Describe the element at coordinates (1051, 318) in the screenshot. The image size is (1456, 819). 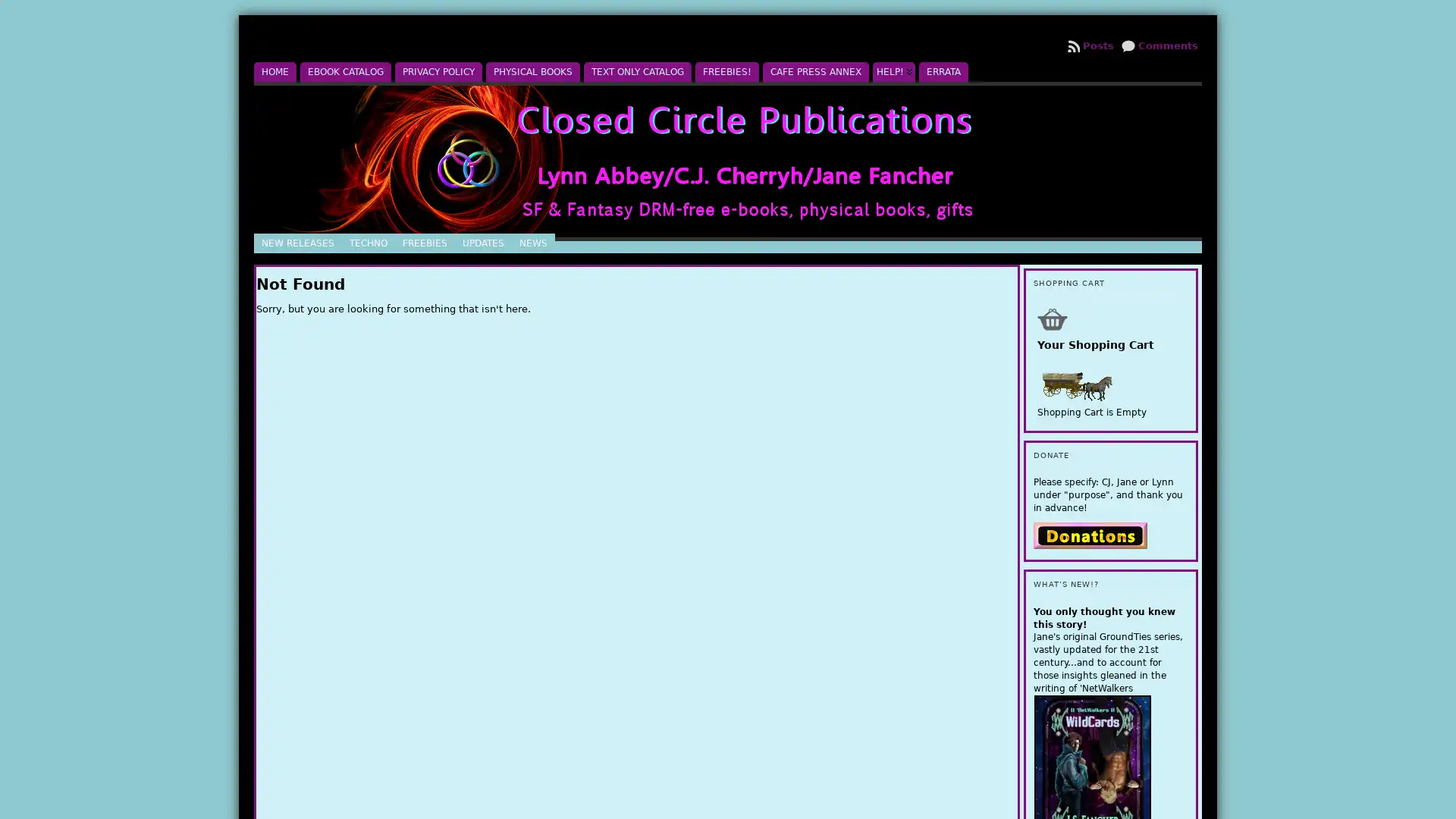
I see `Shopping Cart` at that location.